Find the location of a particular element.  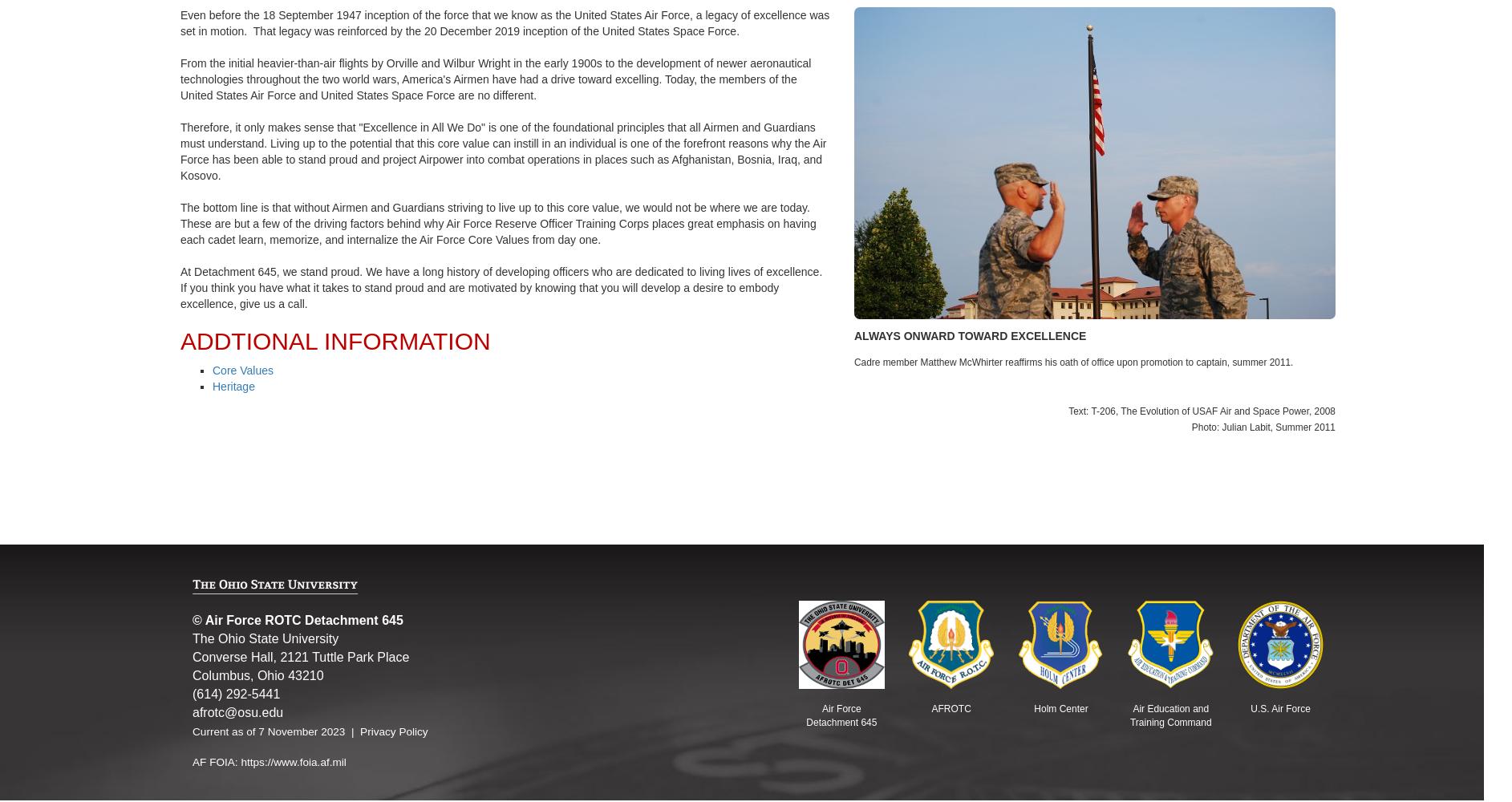

'© Air Force ROTC Detachment 645' is located at coordinates (297, 620).